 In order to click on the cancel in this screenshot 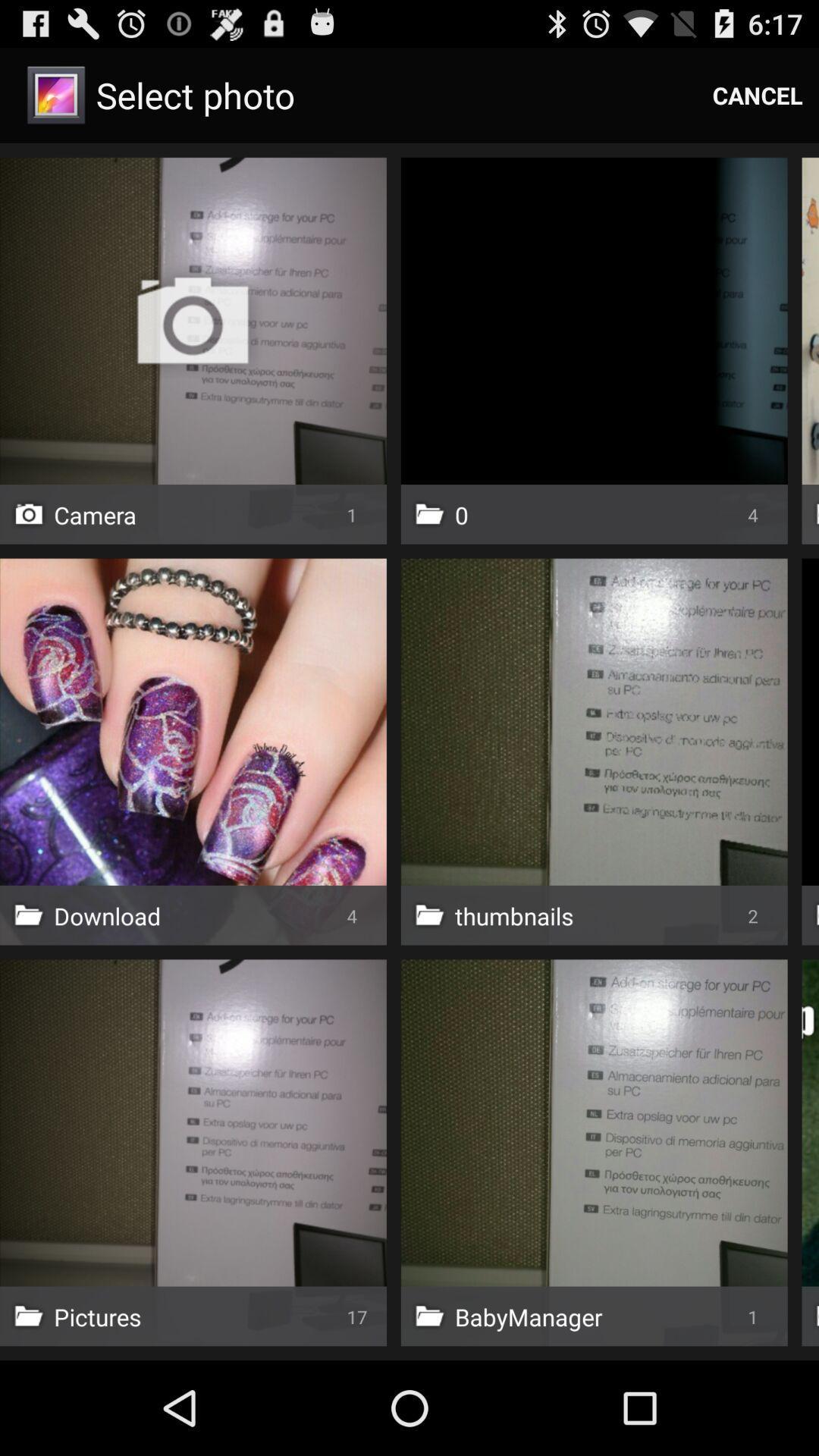, I will do `click(758, 94)`.